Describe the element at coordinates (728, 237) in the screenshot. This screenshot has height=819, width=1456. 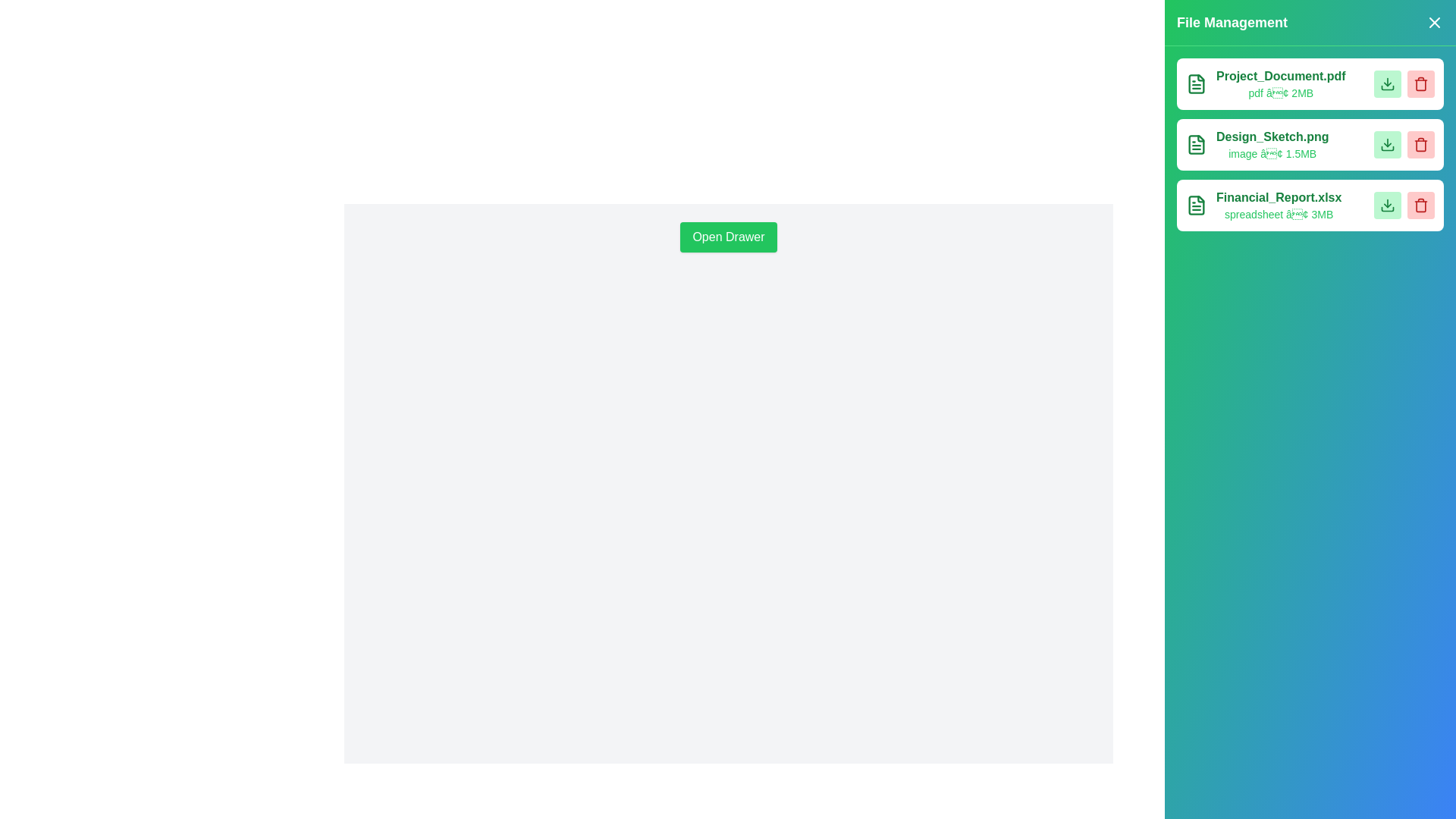
I see `'Open Drawer' button to open the FileManagementDrawer` at that location.